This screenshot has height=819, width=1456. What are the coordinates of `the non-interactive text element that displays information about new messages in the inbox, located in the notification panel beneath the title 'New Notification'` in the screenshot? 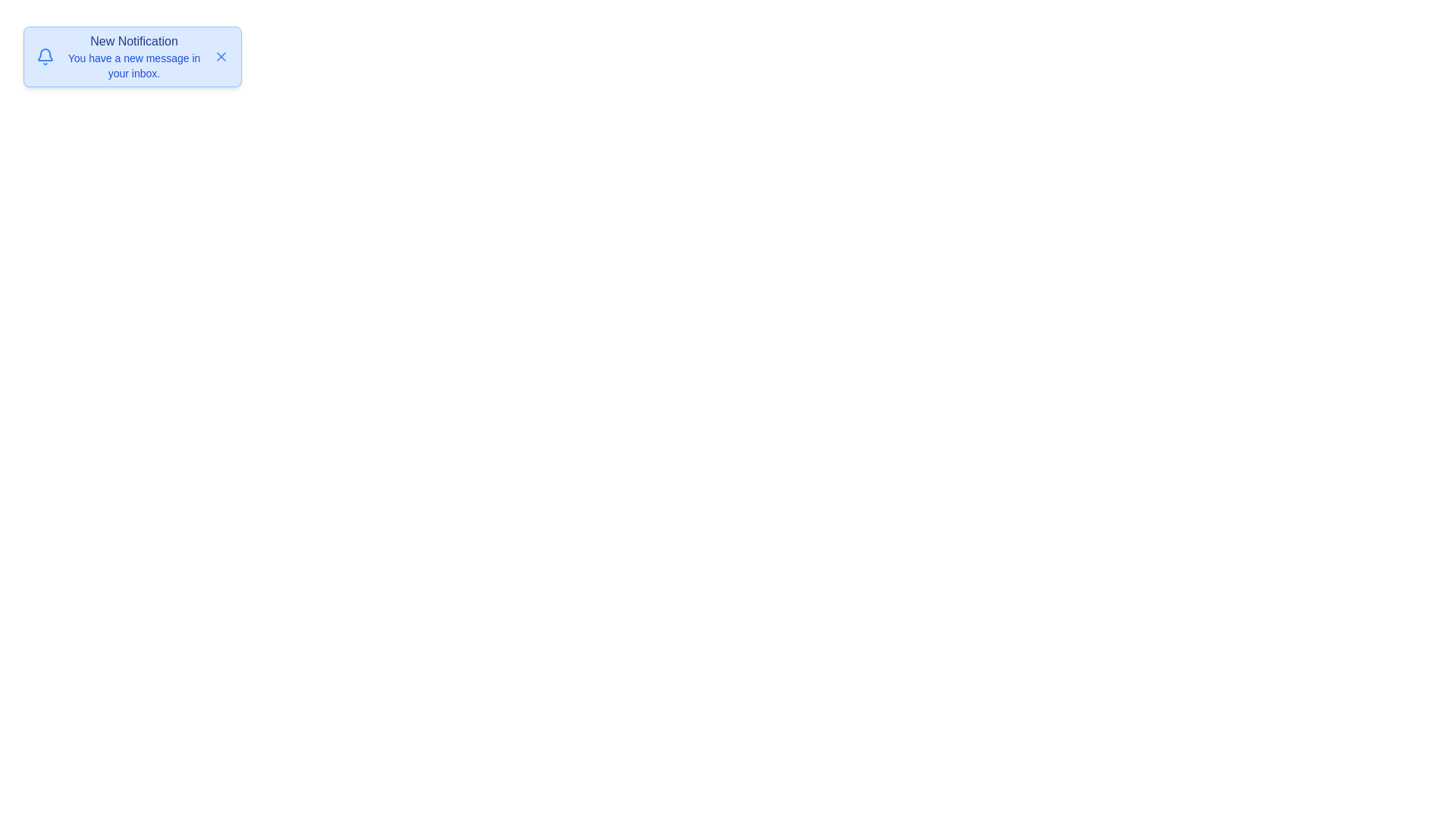 It's located at (134, 65).